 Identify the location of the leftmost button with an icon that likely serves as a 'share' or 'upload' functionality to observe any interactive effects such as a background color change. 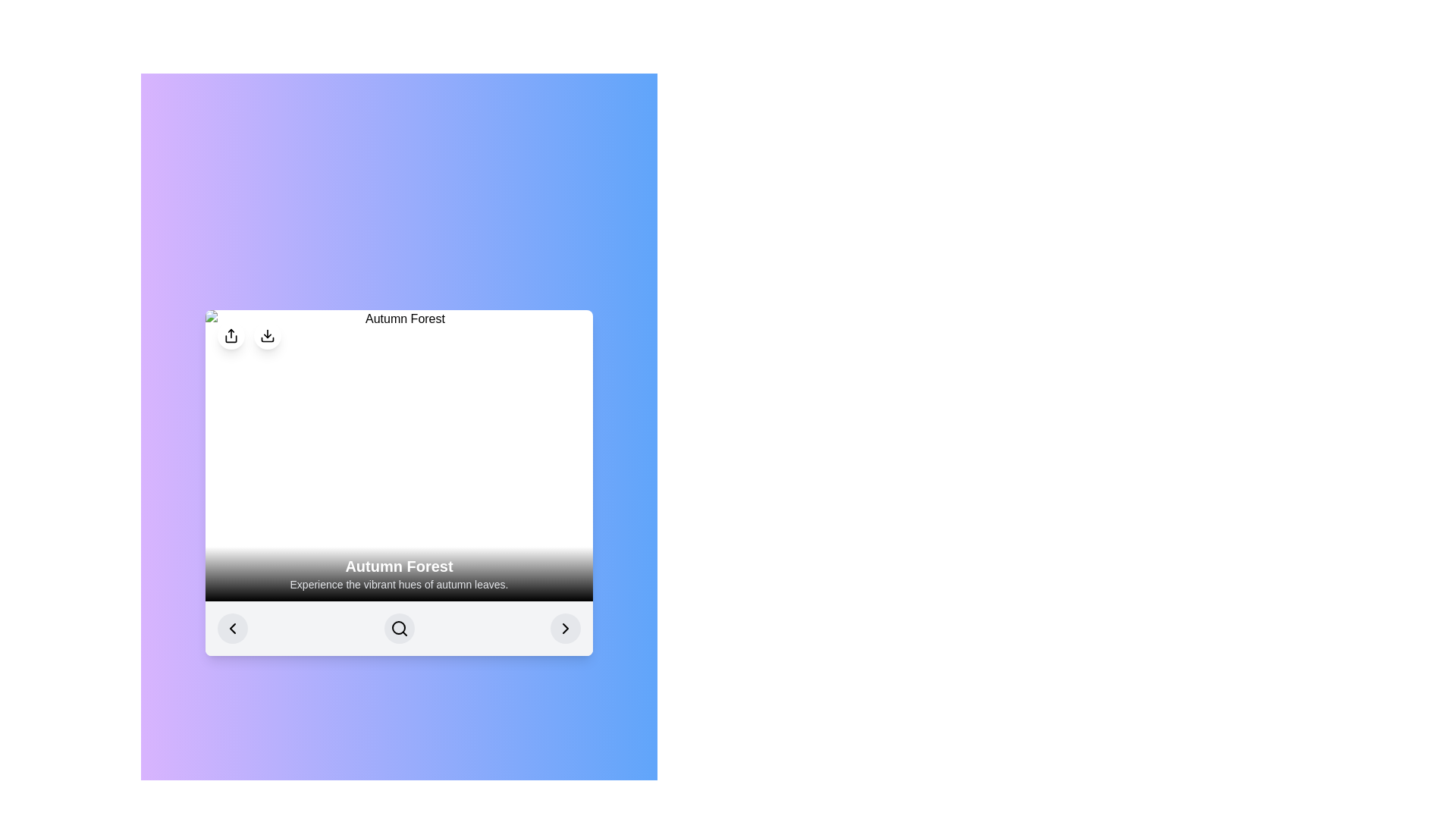
(231, 335).